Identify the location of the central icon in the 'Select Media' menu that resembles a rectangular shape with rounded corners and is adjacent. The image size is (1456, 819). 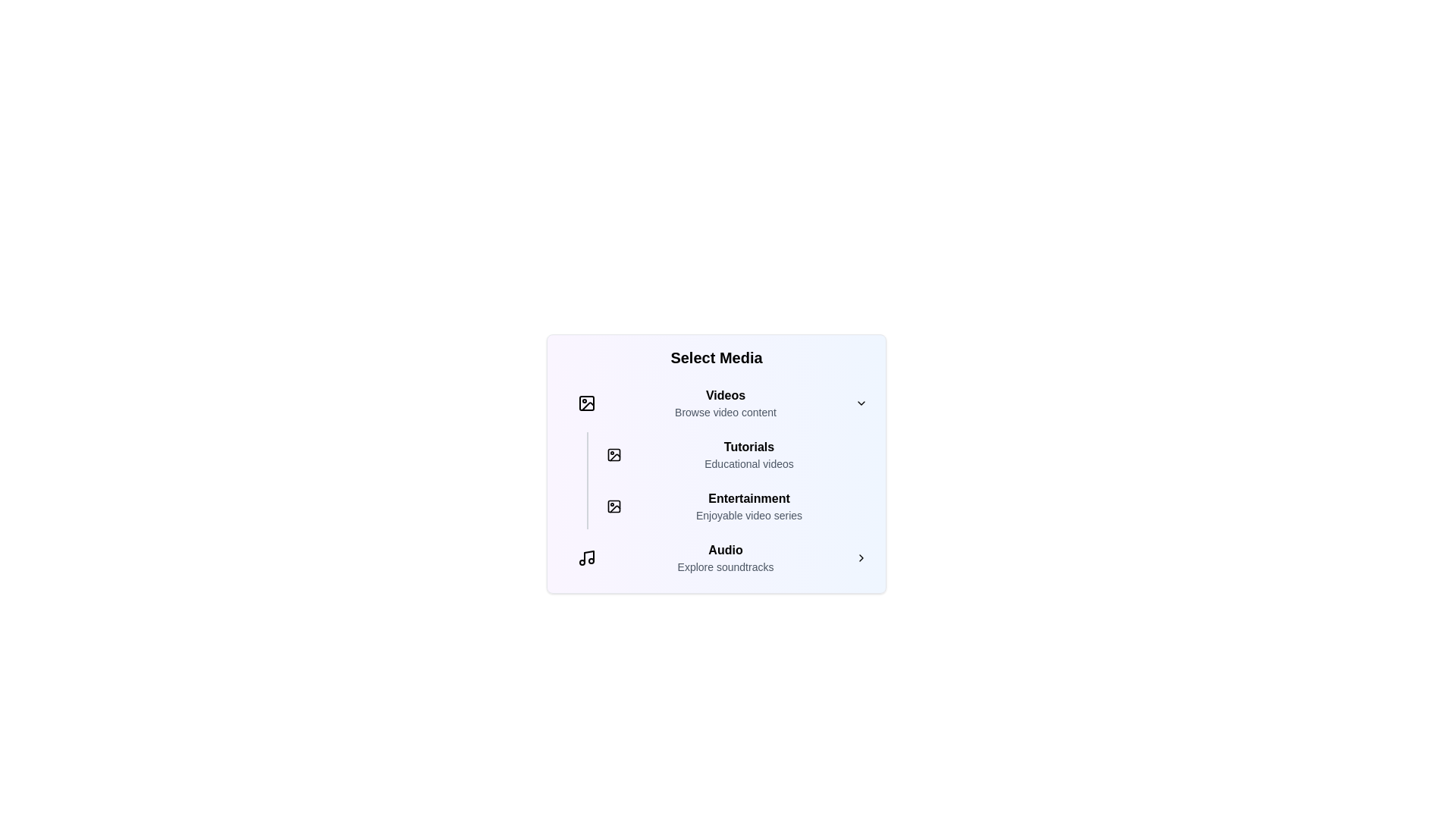
(614, 454).